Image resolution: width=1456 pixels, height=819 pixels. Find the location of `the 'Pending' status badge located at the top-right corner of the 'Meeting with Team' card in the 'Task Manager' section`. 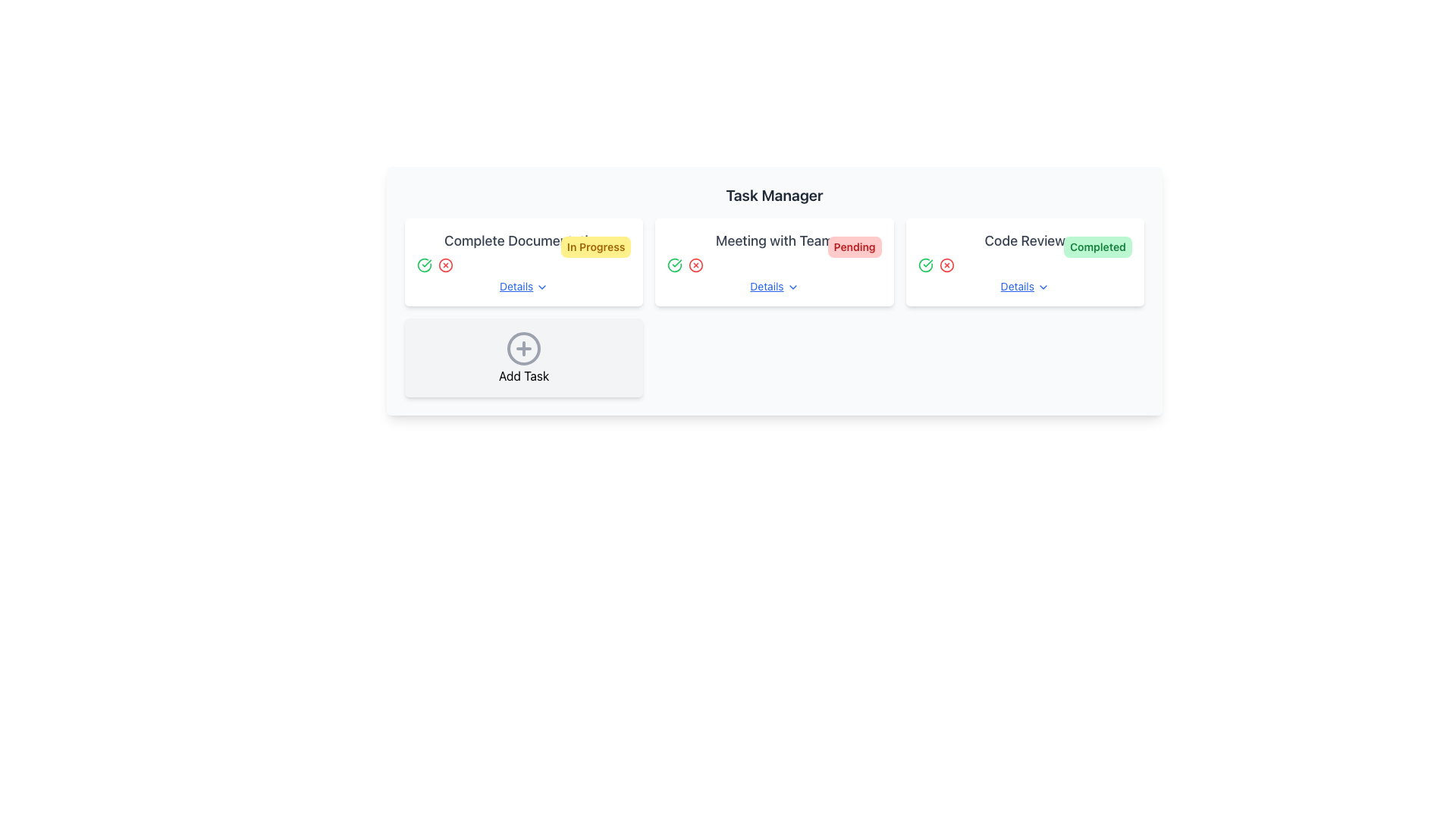

the 'Pending' status badge located at the top-right corner of the 'Meeting with Team' card in the 'Task Manager' section is located at coordinates (855, 246).